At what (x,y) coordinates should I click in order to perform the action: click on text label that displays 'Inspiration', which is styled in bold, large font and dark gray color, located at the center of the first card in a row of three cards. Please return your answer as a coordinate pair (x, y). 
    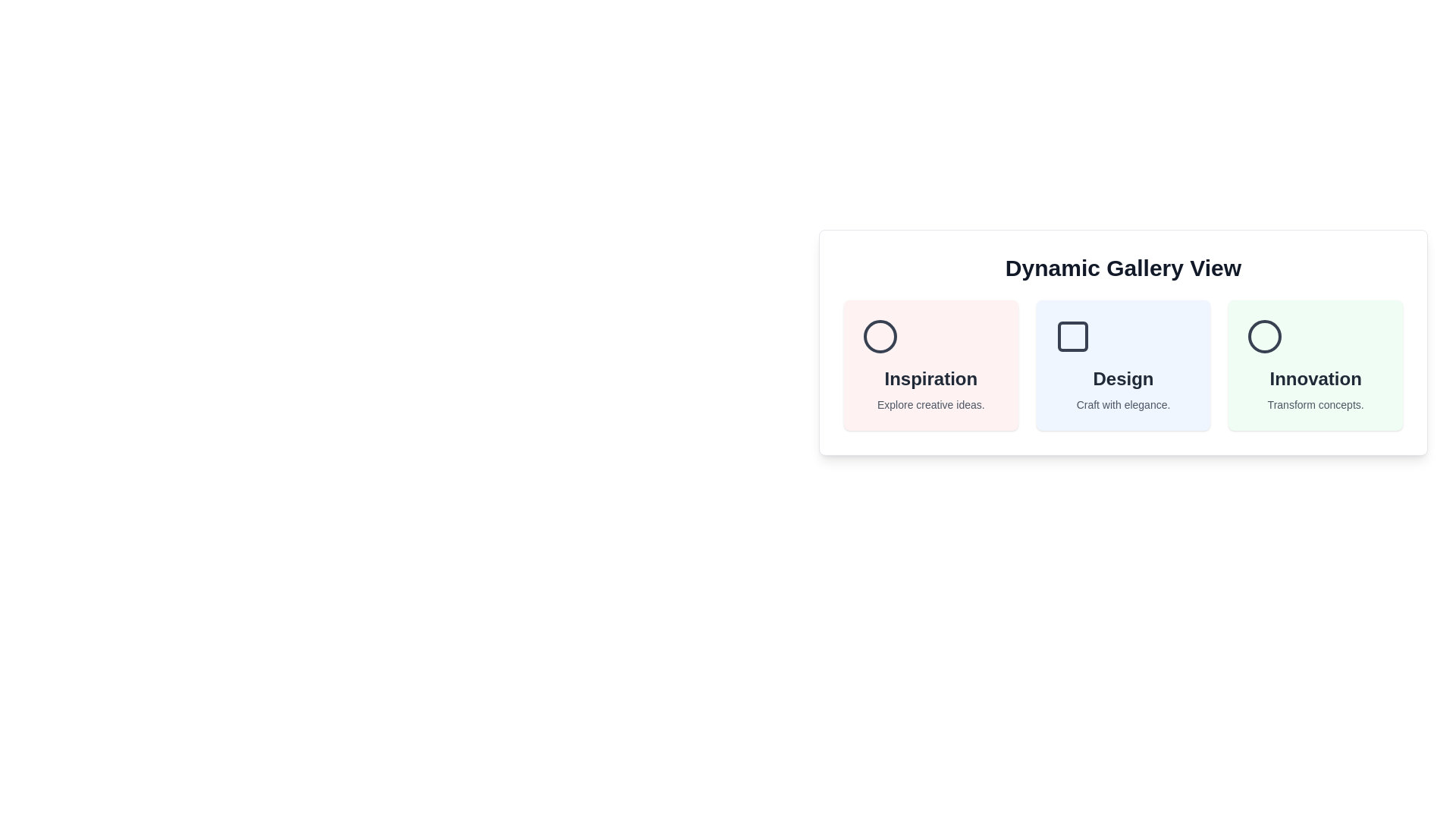
    Looking at the image, I should click on (930, 378).